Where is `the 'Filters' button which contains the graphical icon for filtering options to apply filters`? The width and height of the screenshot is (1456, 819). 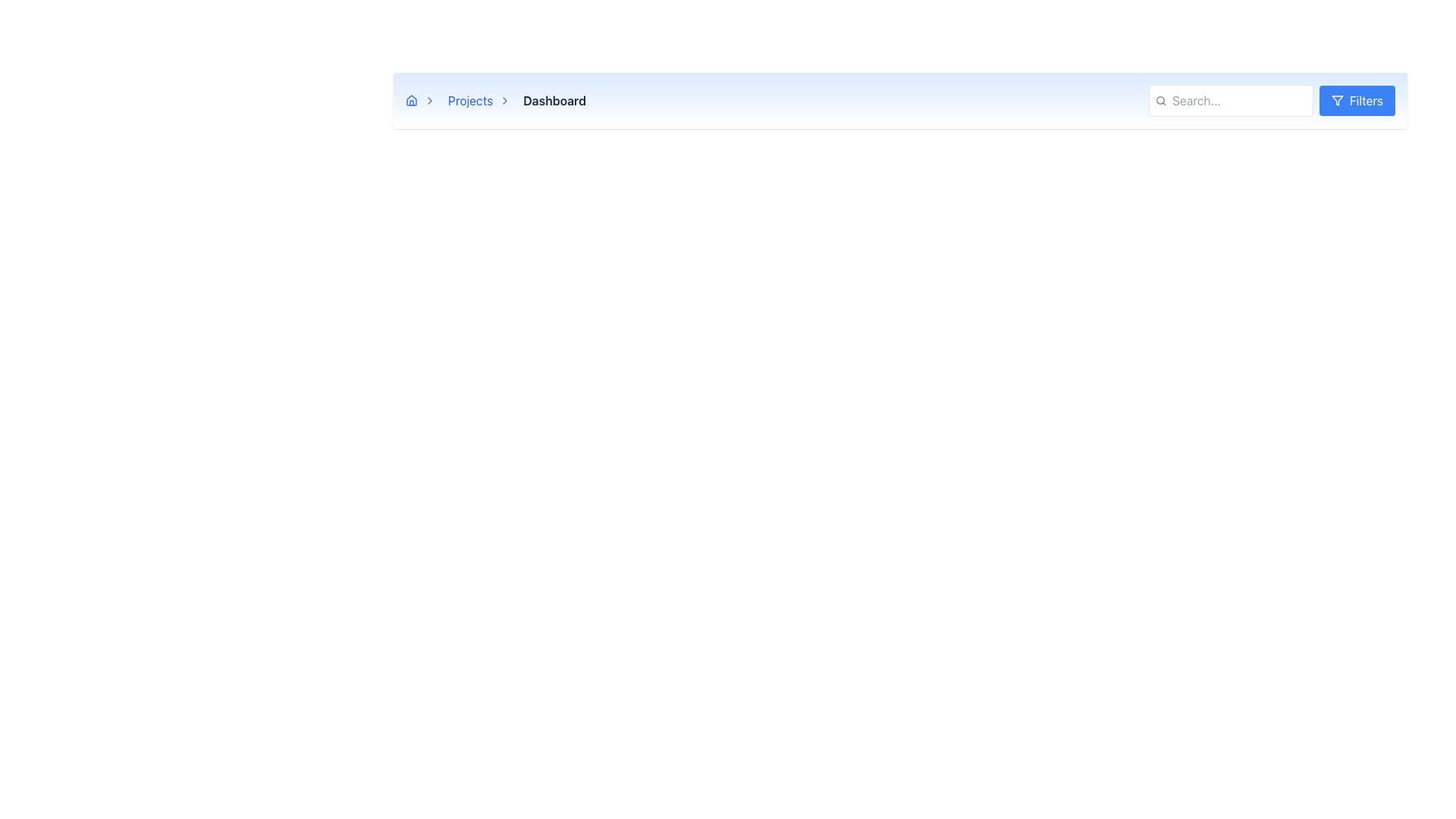
the 'Filters' button which contains the graphical icon for filtering options to apply filters is located at coordinates (1337, 100).